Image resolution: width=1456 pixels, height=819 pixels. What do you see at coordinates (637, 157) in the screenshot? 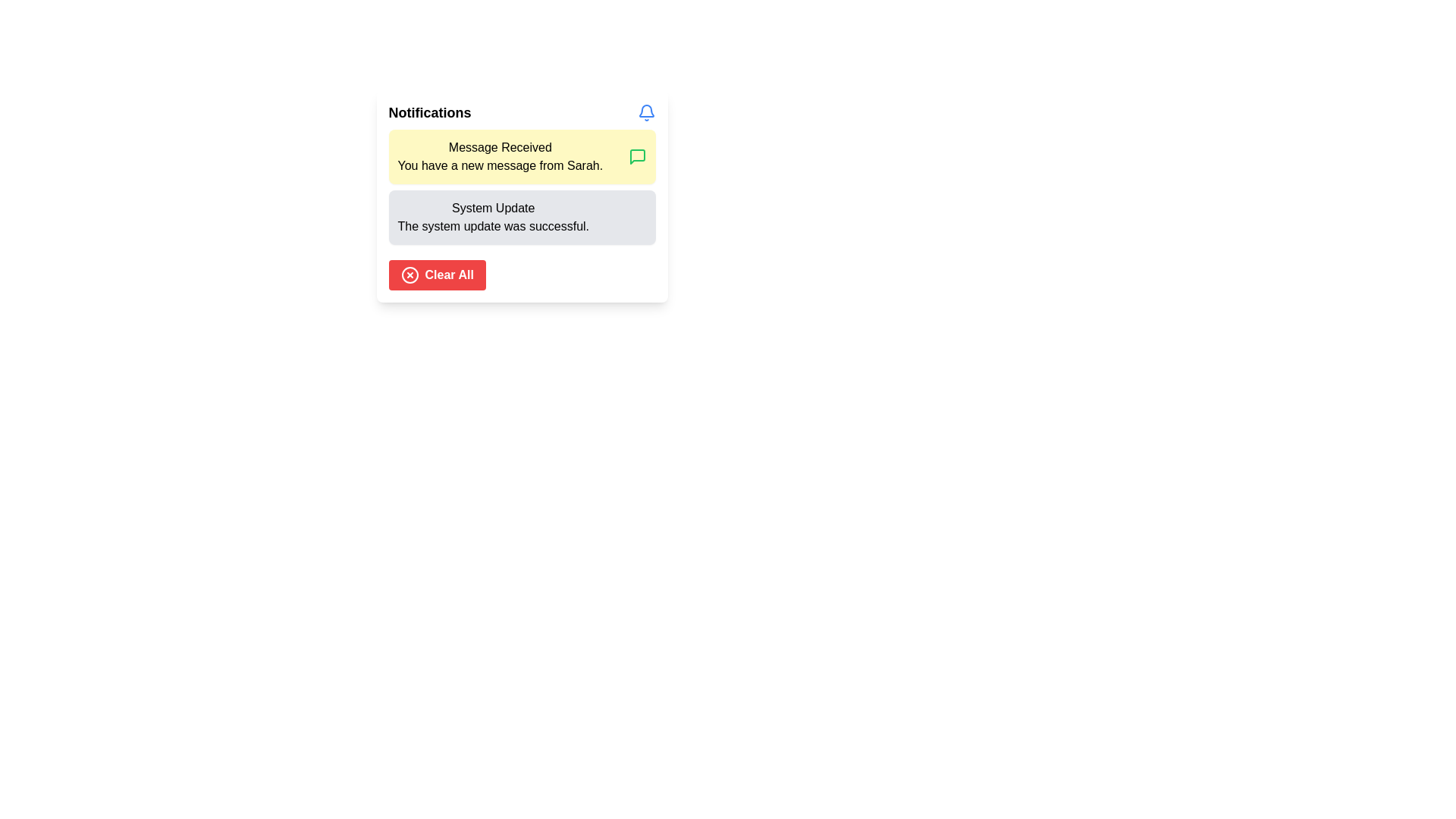
I see `the messaging icon located in the upper-right corner of the yellow-highlighted notification card that indicates 'Message Received' and aligns with the text ‘You have a new message from Sarah.’` at bounding box center [637, 157].